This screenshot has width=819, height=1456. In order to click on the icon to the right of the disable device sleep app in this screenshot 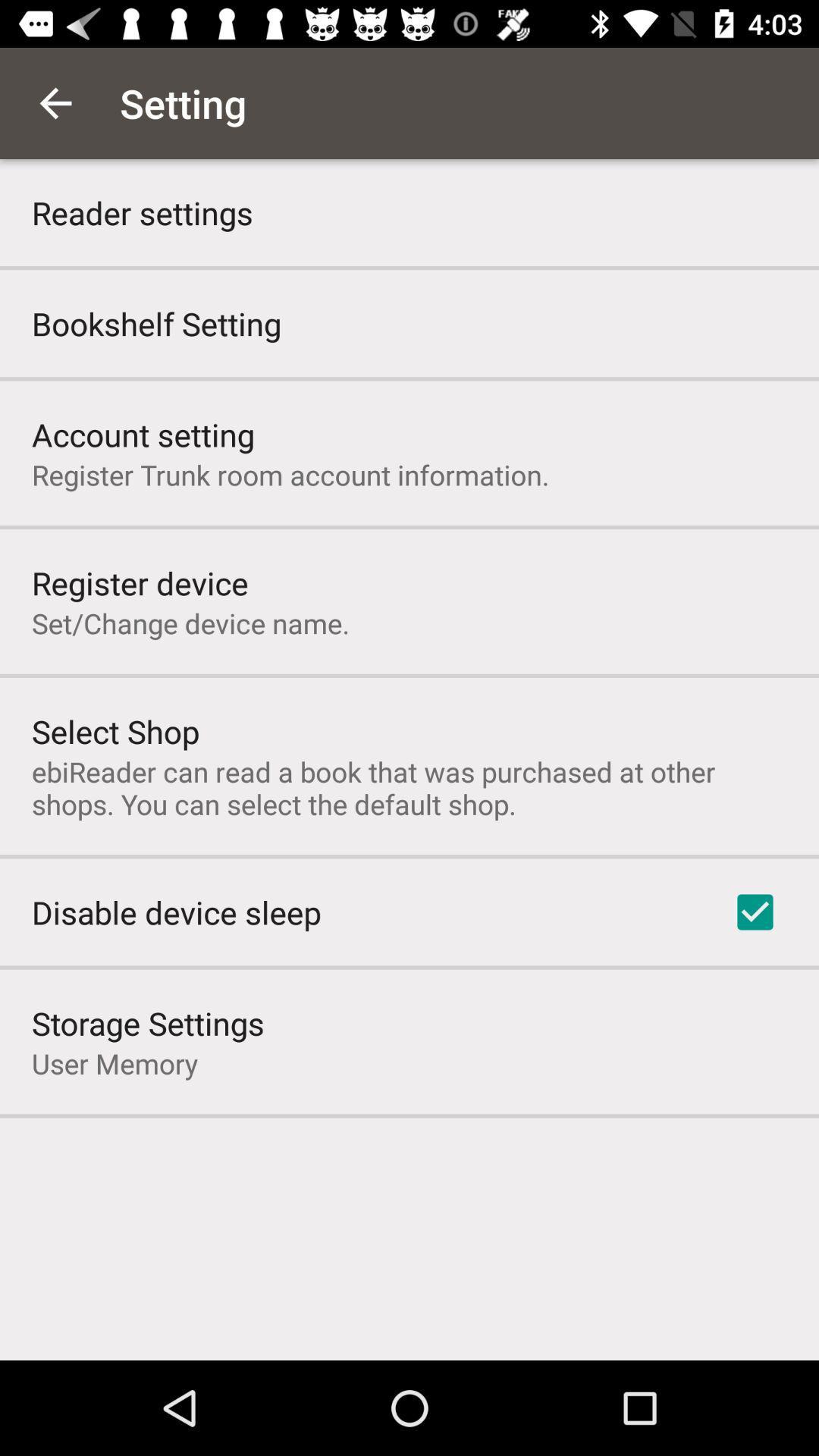, I will do `click(755, 912)`.